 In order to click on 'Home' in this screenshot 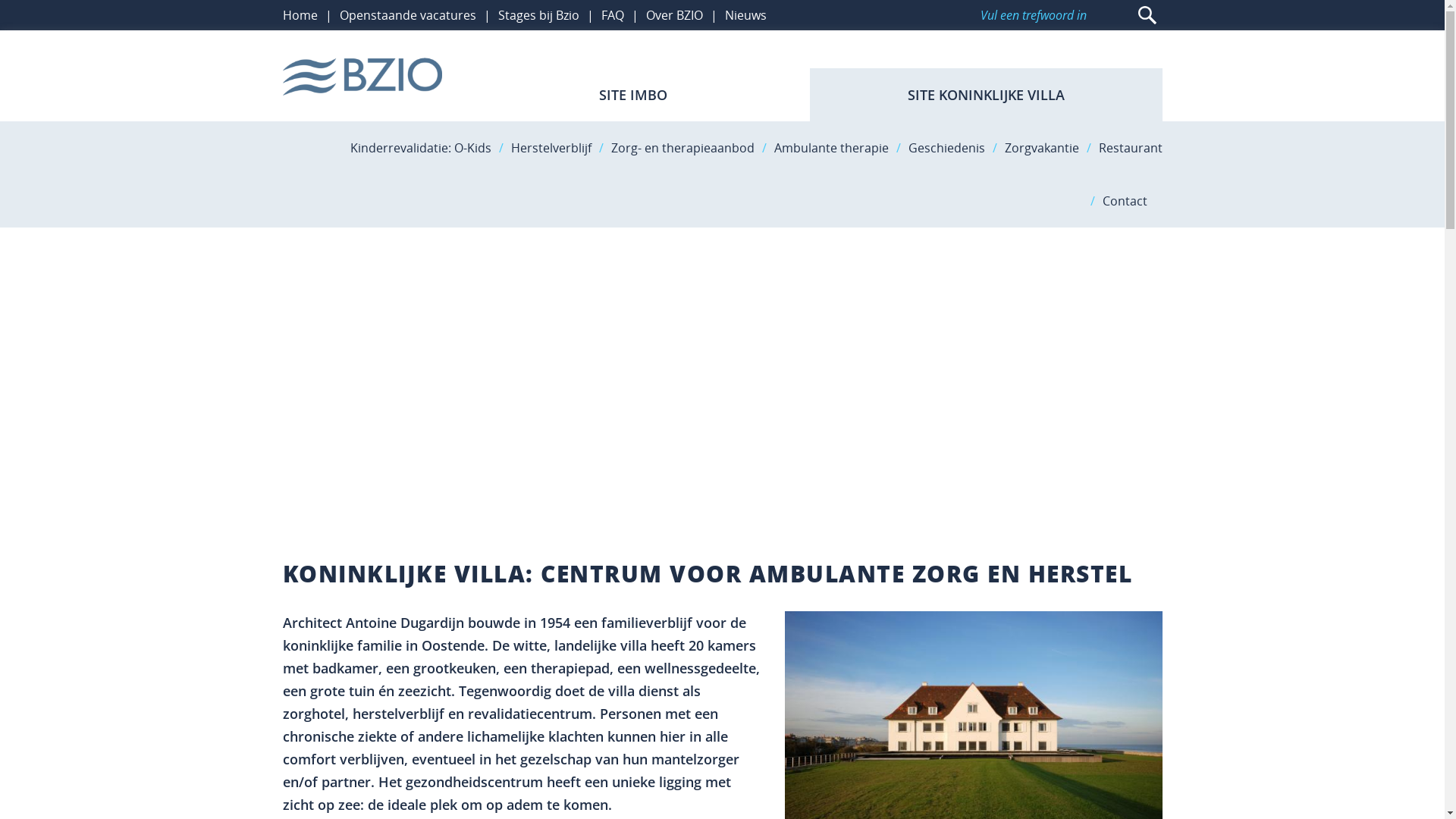, I will do `click(299, 14)`.